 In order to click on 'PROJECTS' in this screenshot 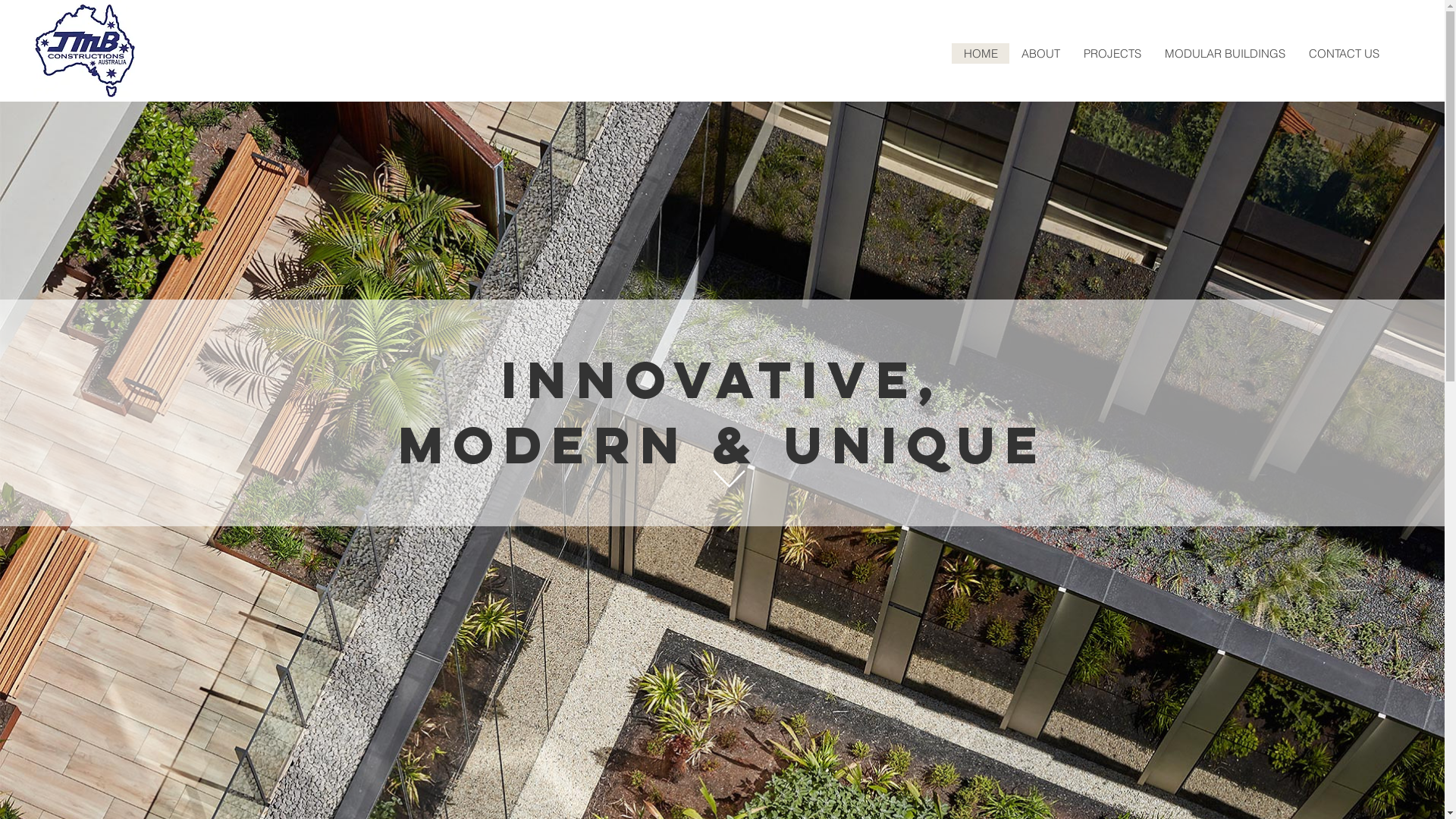, I will do `click(1070, 52)`.